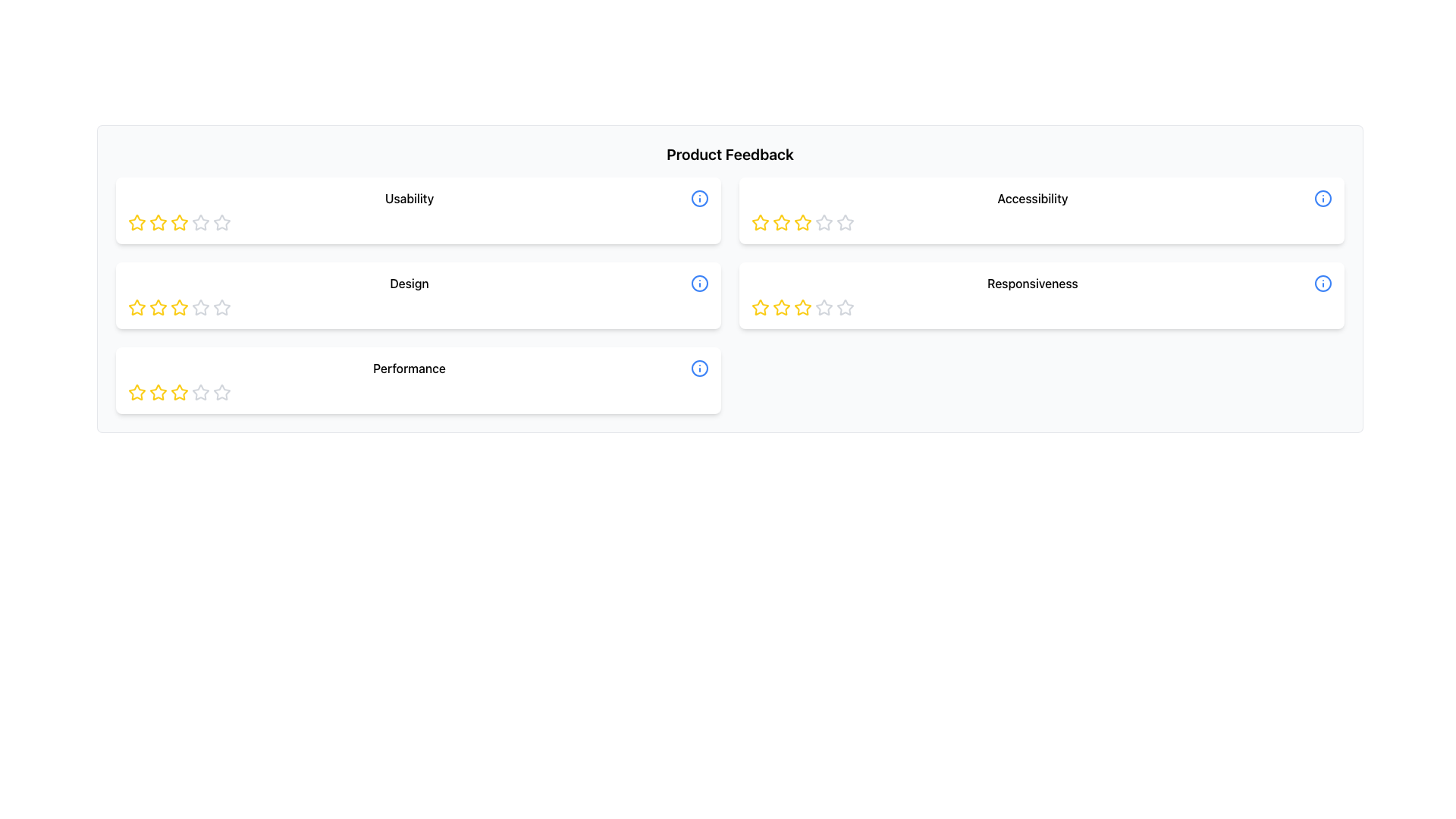 The width and height of the screenshot is (1456, 819). I want to click on the circular blue outlined info icon located to the right of the text 'Design', so click(698, 284).